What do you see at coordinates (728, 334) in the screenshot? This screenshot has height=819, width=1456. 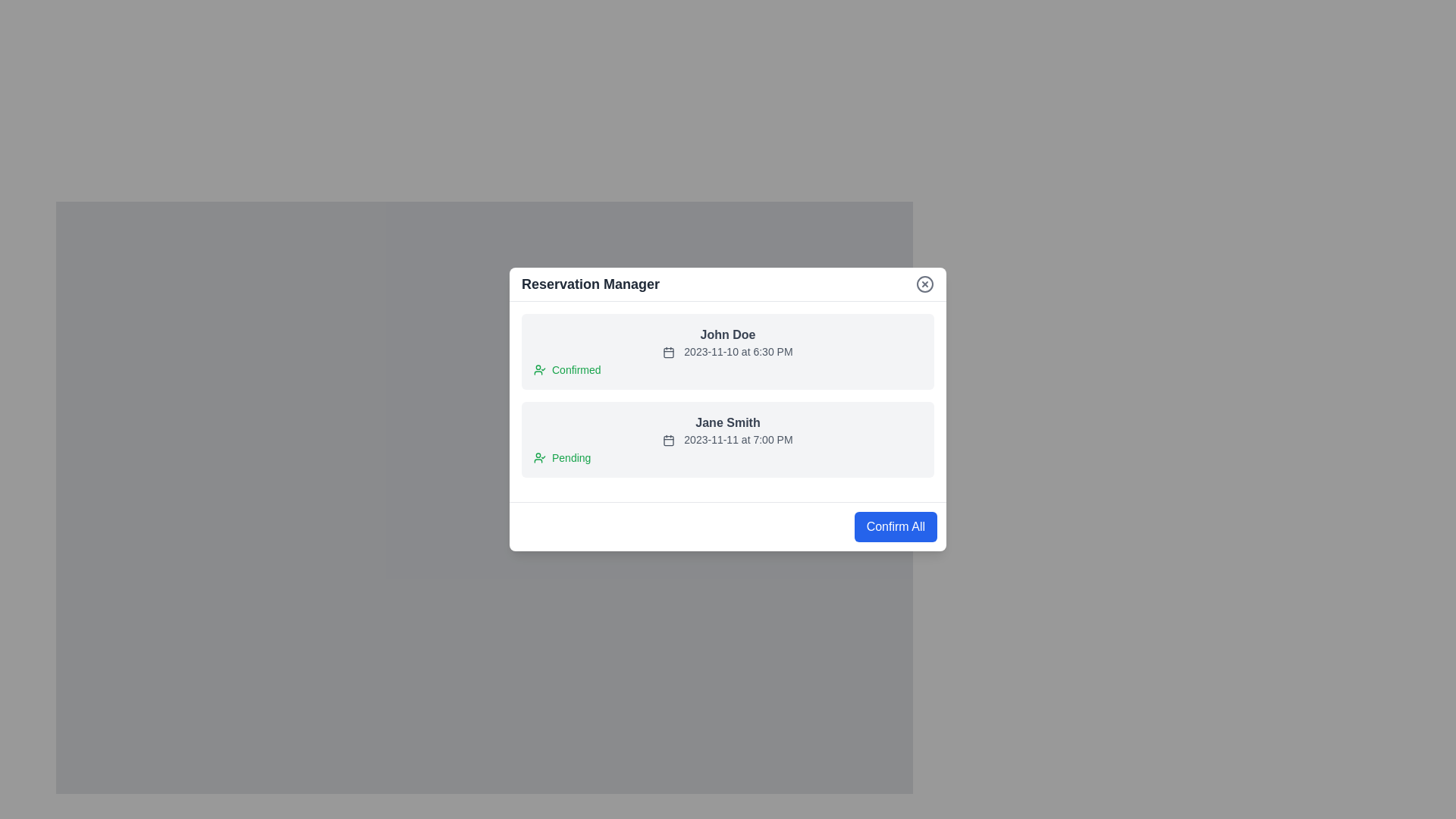 I see `the text label displaying the reservation name in the first reservation card of the 'Reservation Manager' dialog box` at bounding box center [728, 334].